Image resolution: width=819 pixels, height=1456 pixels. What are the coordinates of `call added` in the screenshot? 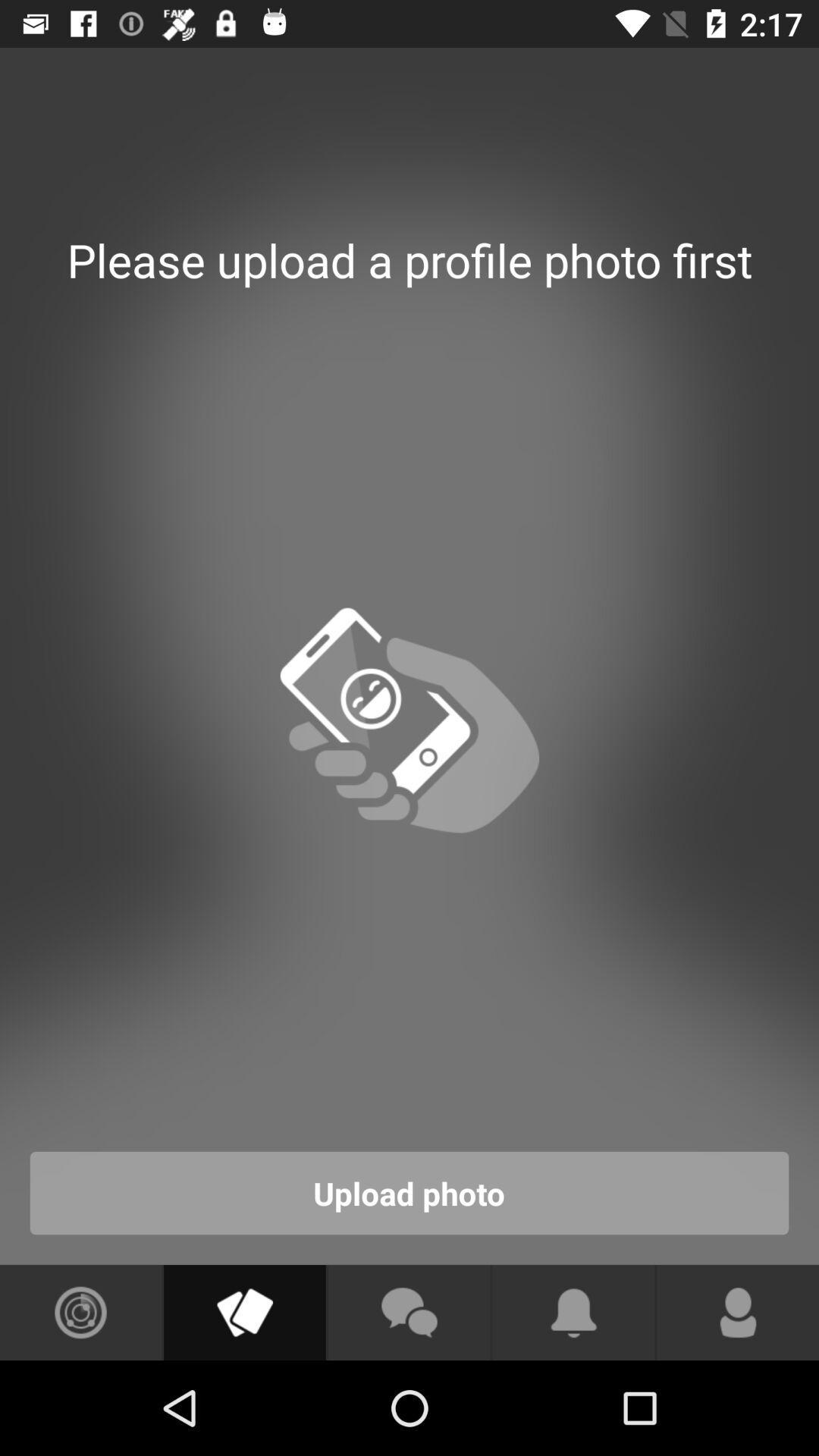 It's located at (737, 1312).